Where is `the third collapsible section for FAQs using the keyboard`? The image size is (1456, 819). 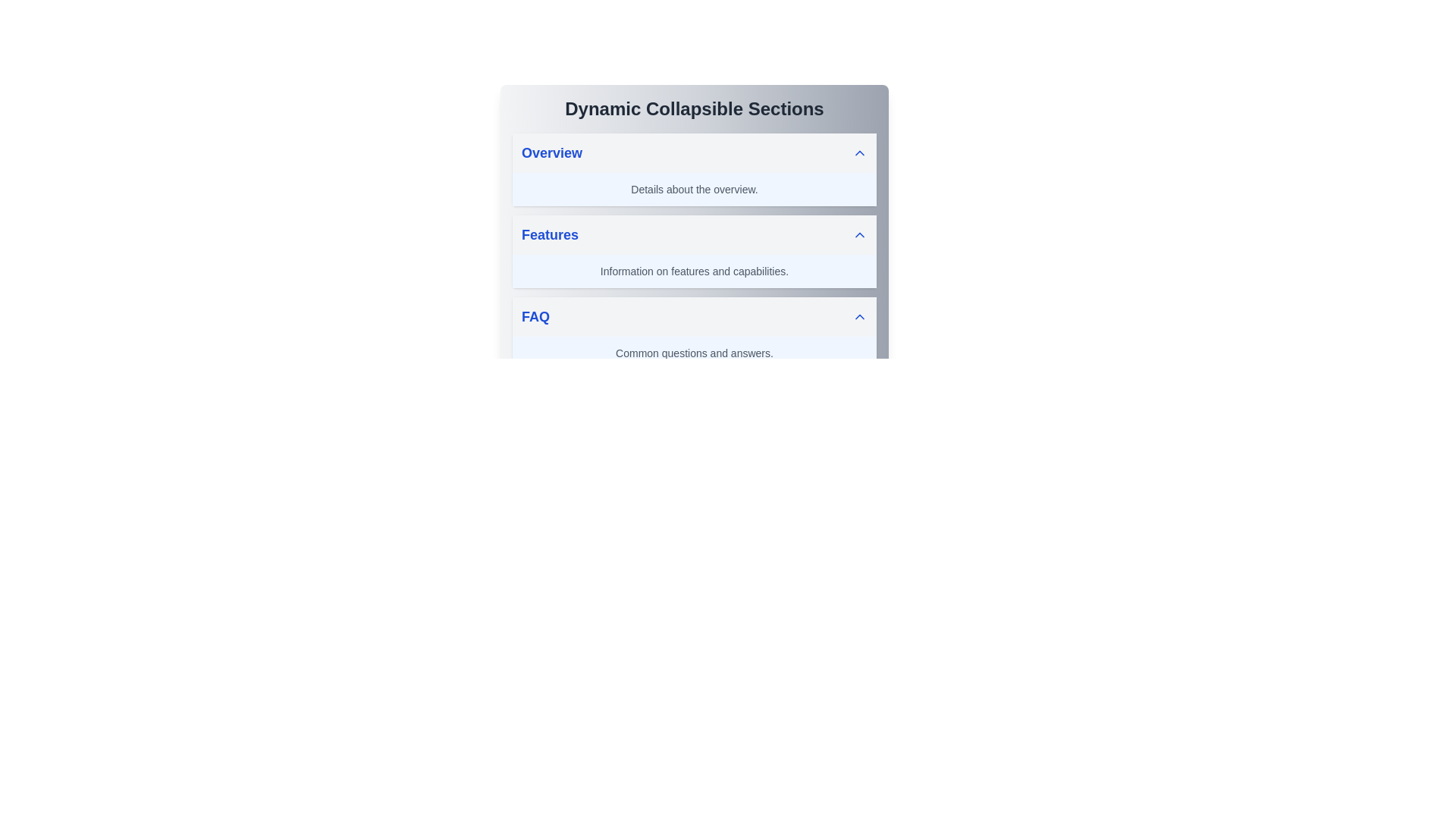
the third collapsible section for FAQs using the keyboard is located at coordinates (694, 332).